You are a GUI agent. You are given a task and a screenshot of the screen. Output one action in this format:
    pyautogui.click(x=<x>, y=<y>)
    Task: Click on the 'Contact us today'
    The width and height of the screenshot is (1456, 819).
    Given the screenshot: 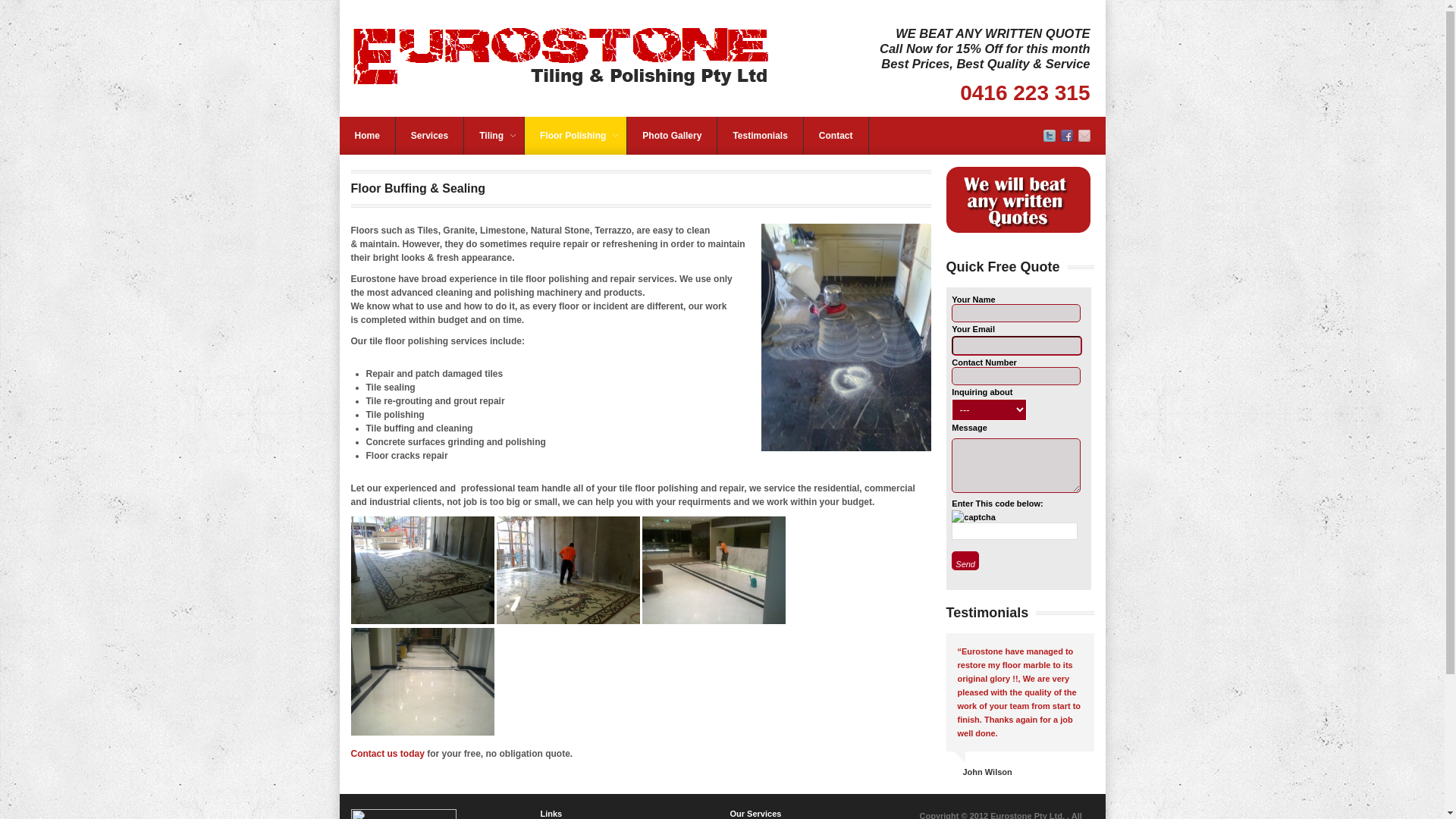 What is the action you would take?
    pyautogui.click(x=387, y=754)
    